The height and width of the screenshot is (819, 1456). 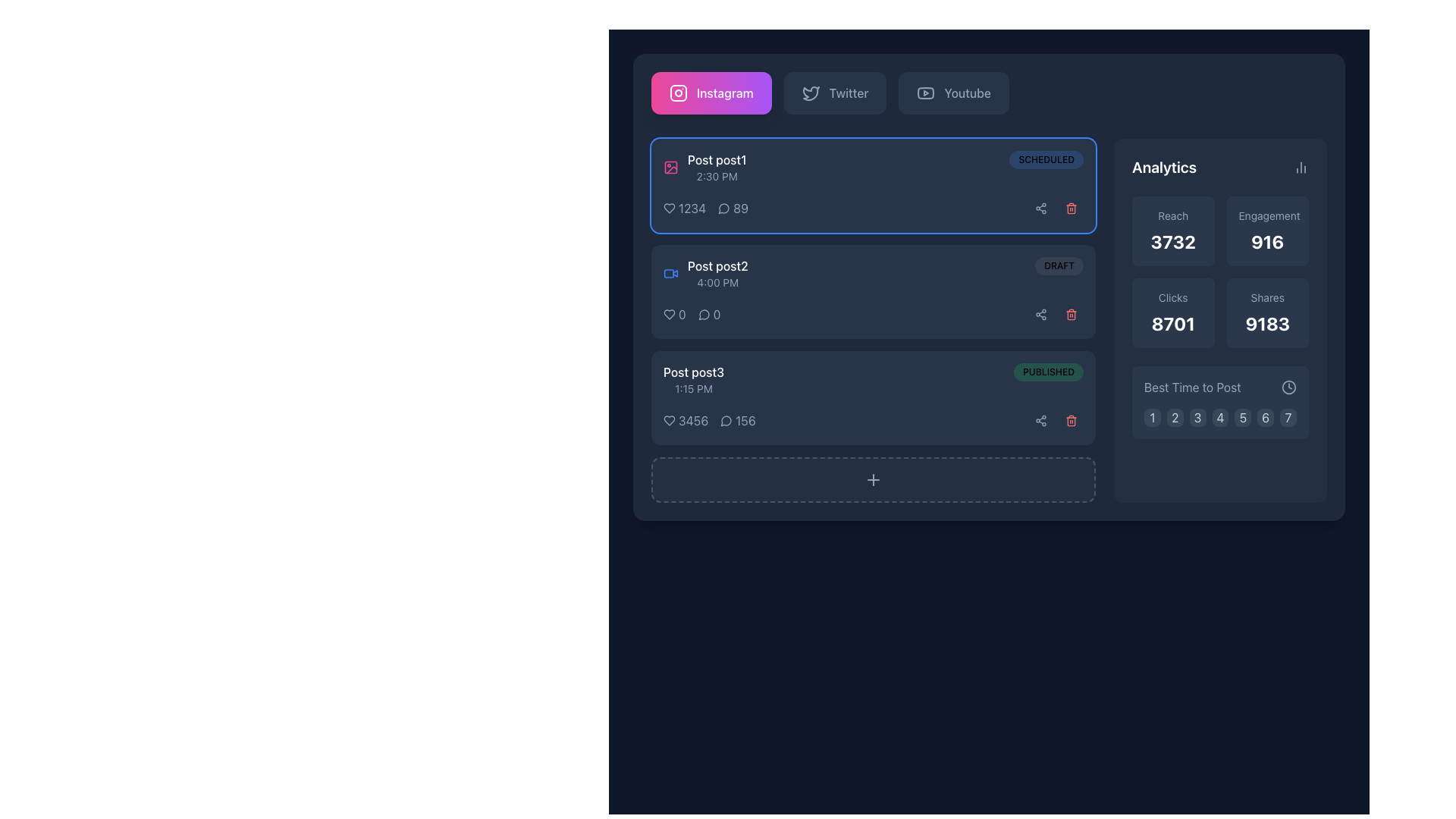 I want to click on the message icon and number '156' located under the 'Post post3' section, which is positioned to the right of the heart icon with number '3456', so click(x=738, y=421).